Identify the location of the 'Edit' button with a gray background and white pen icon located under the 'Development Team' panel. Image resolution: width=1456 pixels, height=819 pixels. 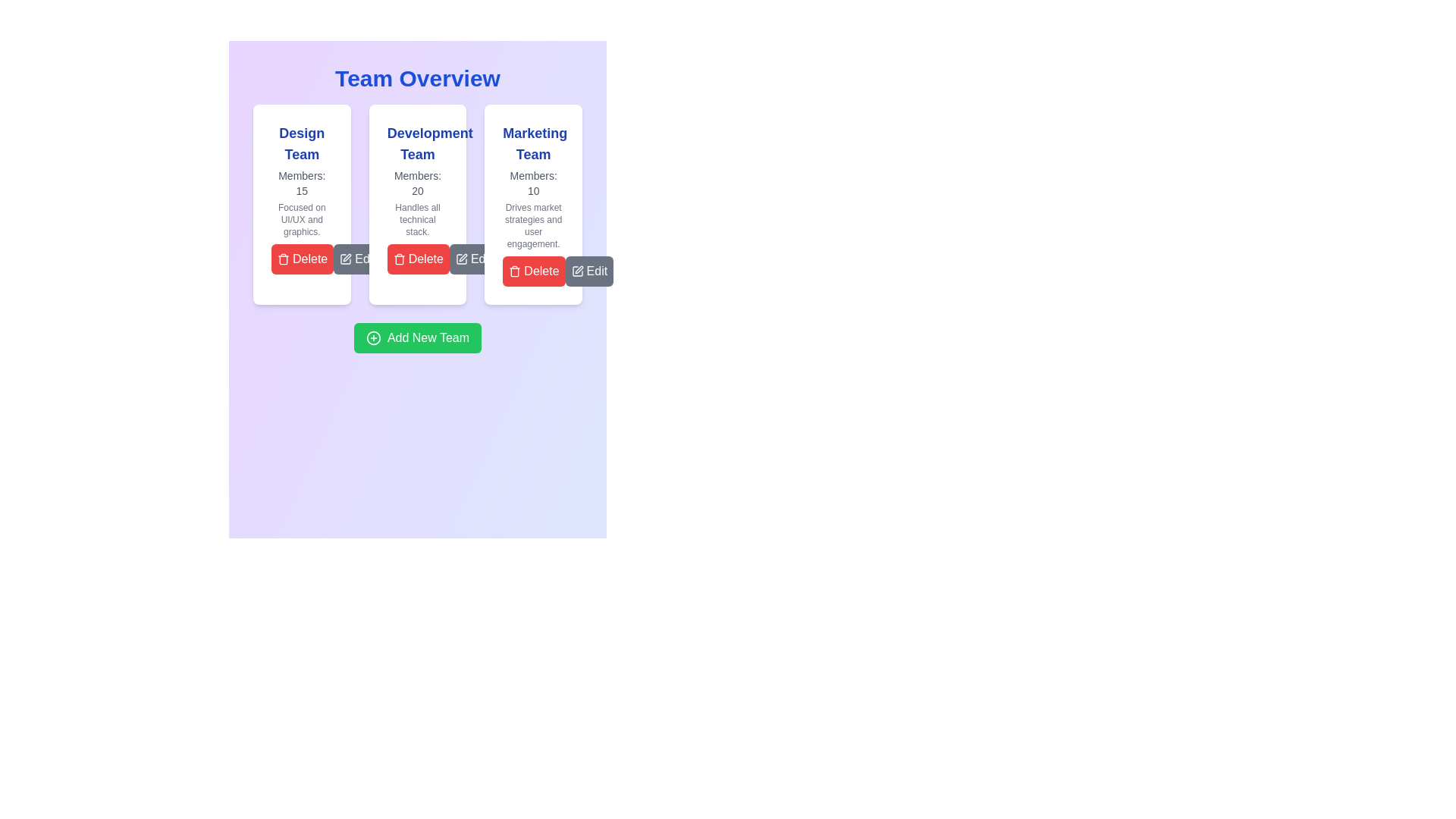
(472, 259).